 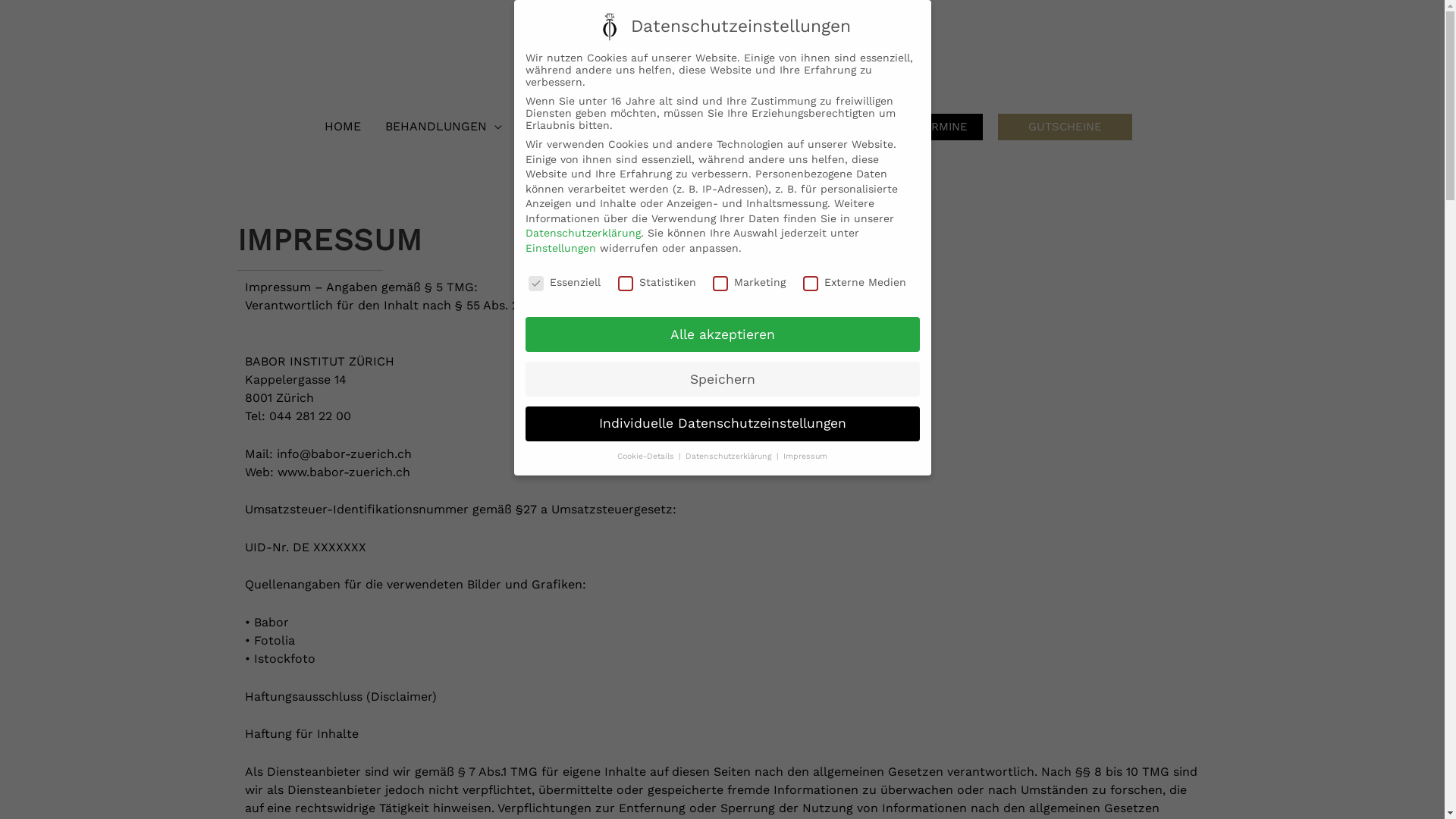 I want to click on 'BLOG', so click(x=633, y=125).